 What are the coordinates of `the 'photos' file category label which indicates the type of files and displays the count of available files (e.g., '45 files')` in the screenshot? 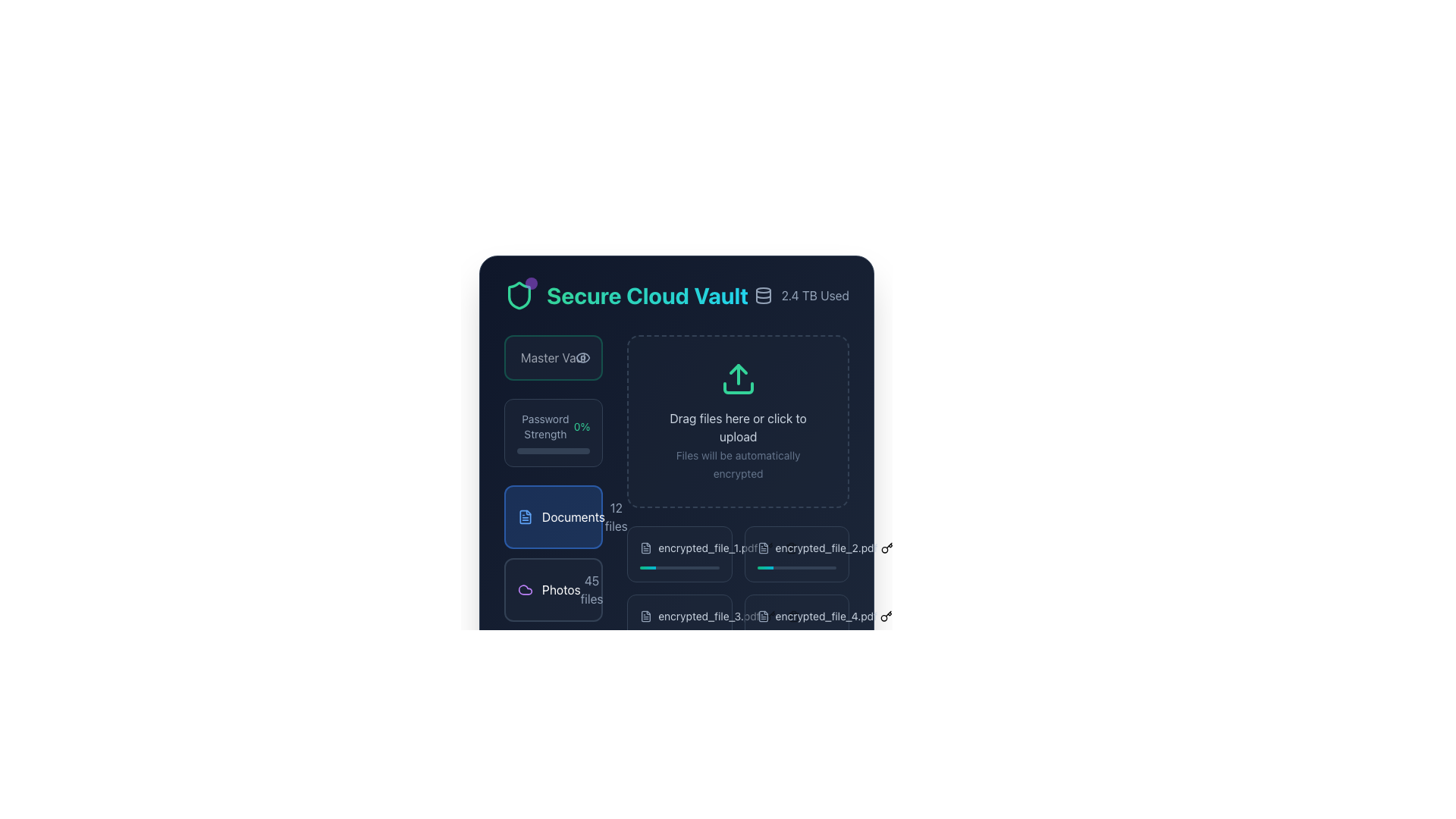 It's located at (548, 589).